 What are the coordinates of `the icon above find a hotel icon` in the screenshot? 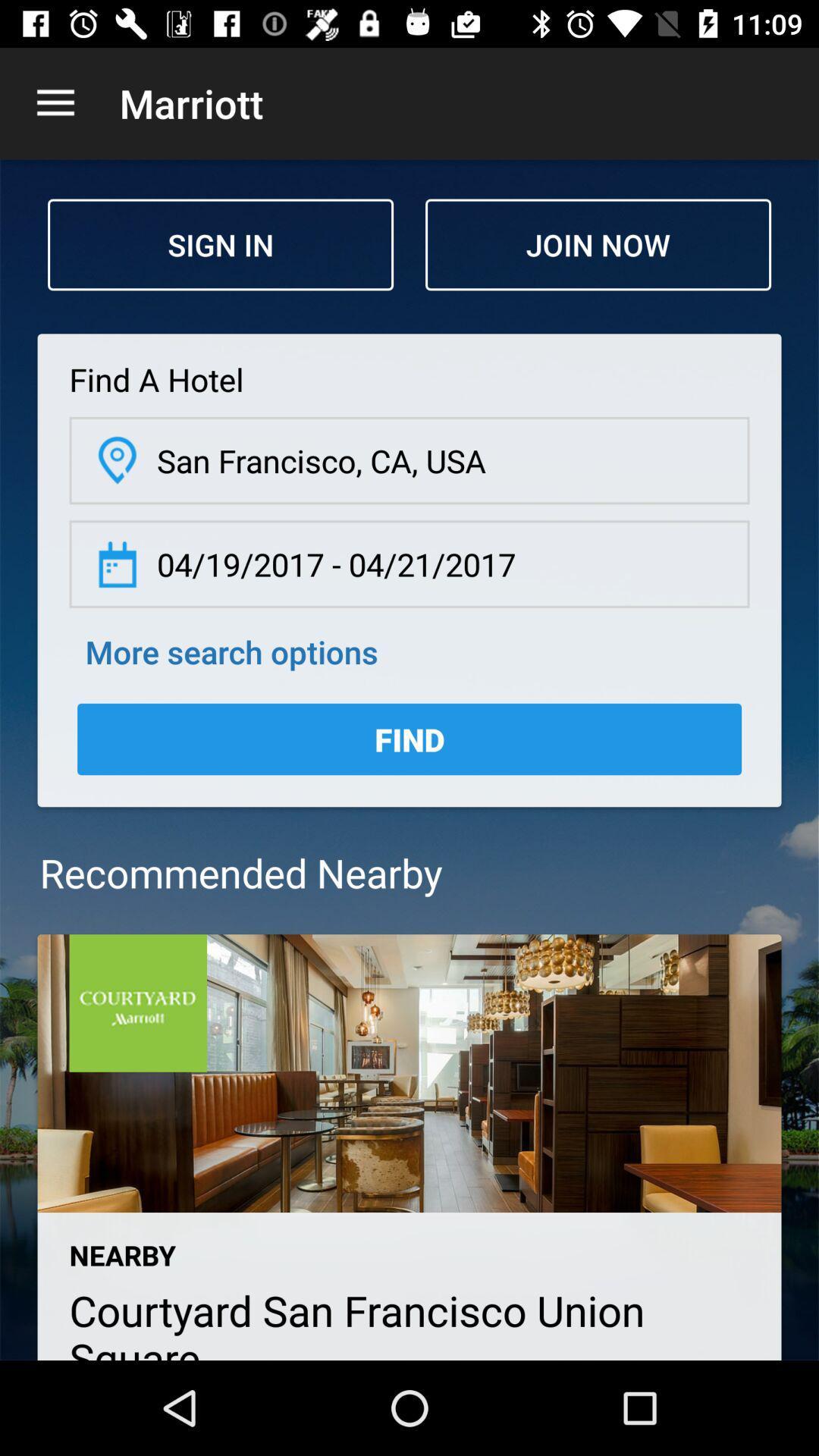 It's located at (220, 244).